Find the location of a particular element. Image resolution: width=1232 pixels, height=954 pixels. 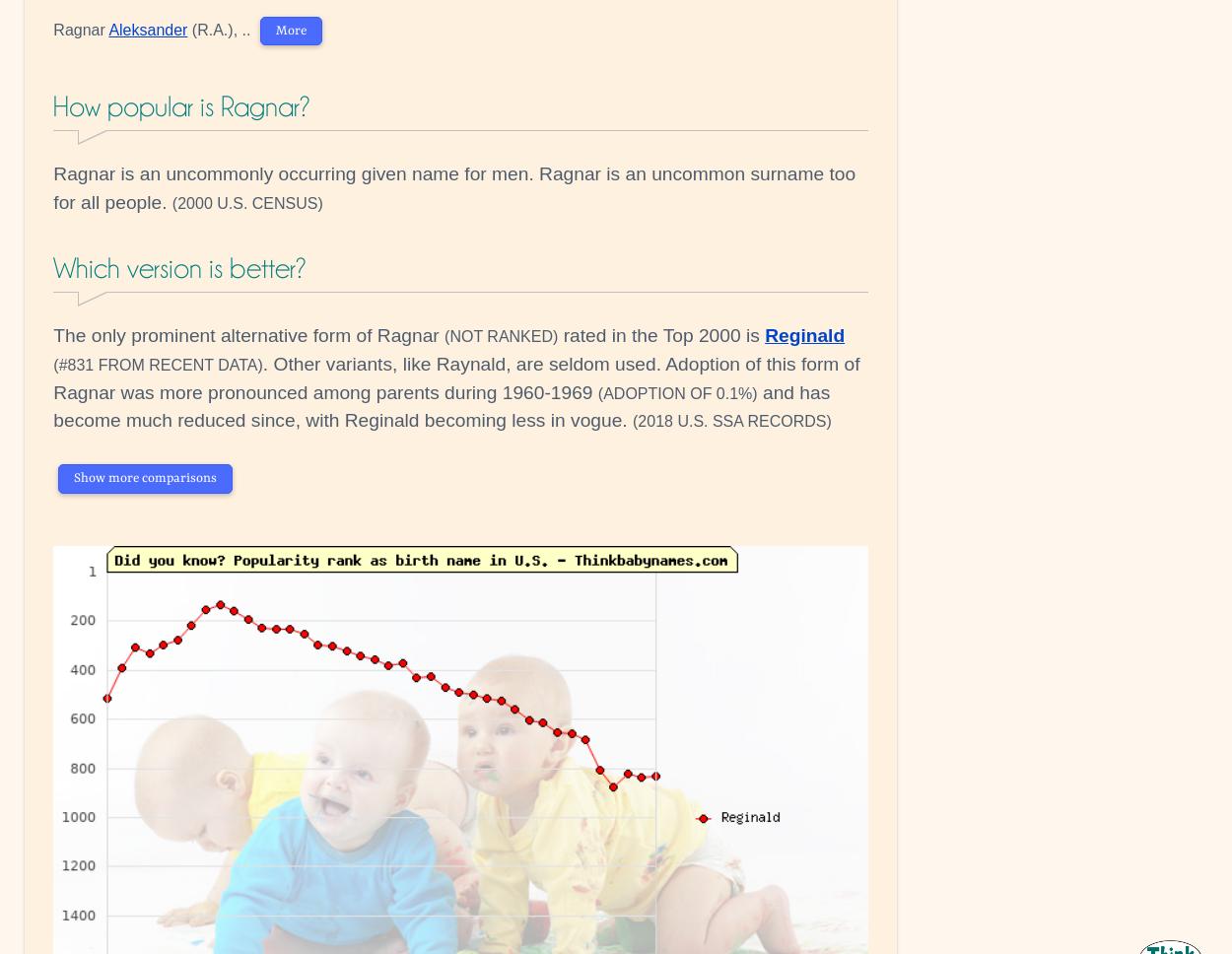

'Ragnar' is located at coordinates (81, 29).